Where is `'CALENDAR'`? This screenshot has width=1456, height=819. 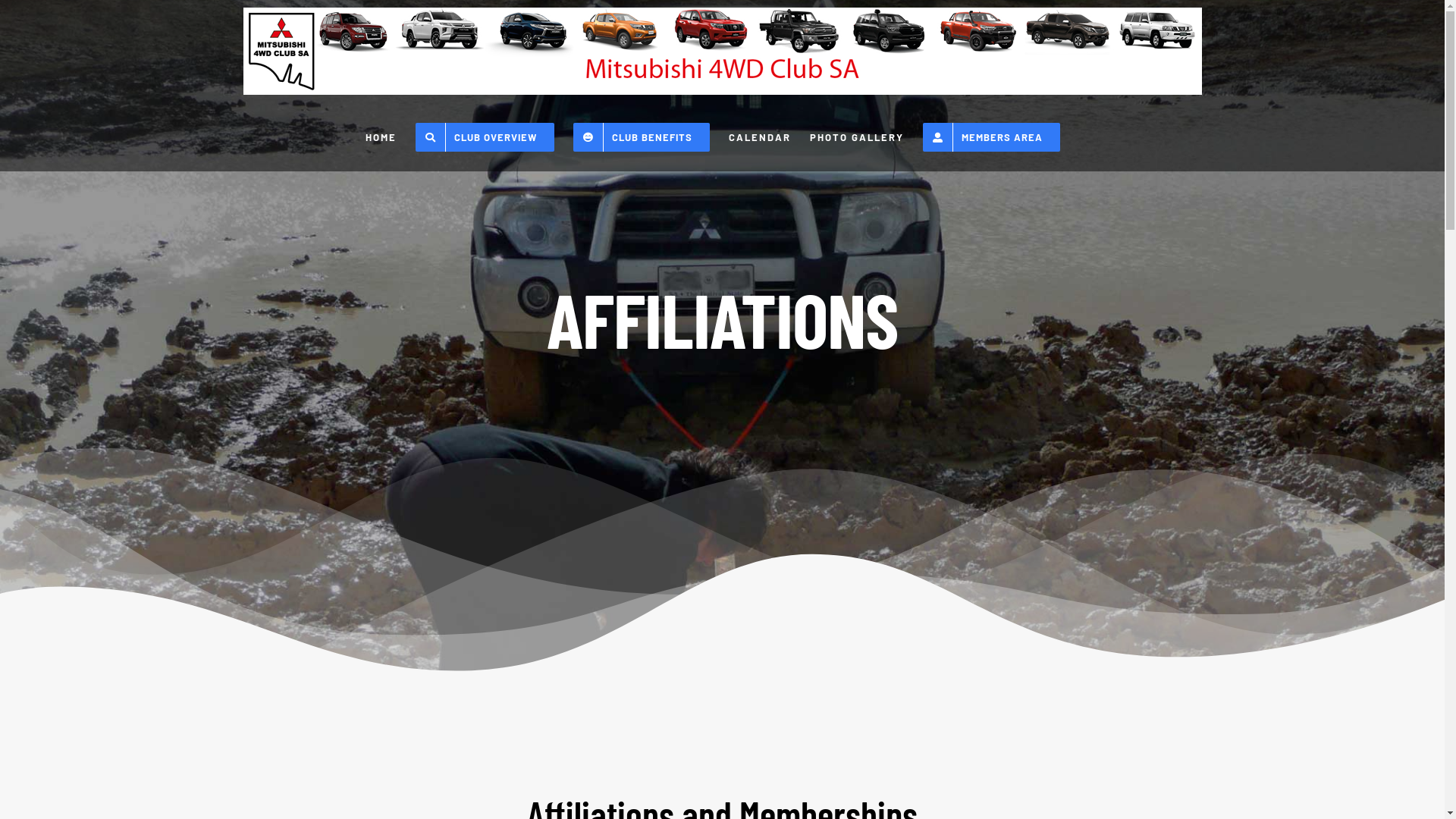
'CALENDAR' is located at coordinates (760, 137).